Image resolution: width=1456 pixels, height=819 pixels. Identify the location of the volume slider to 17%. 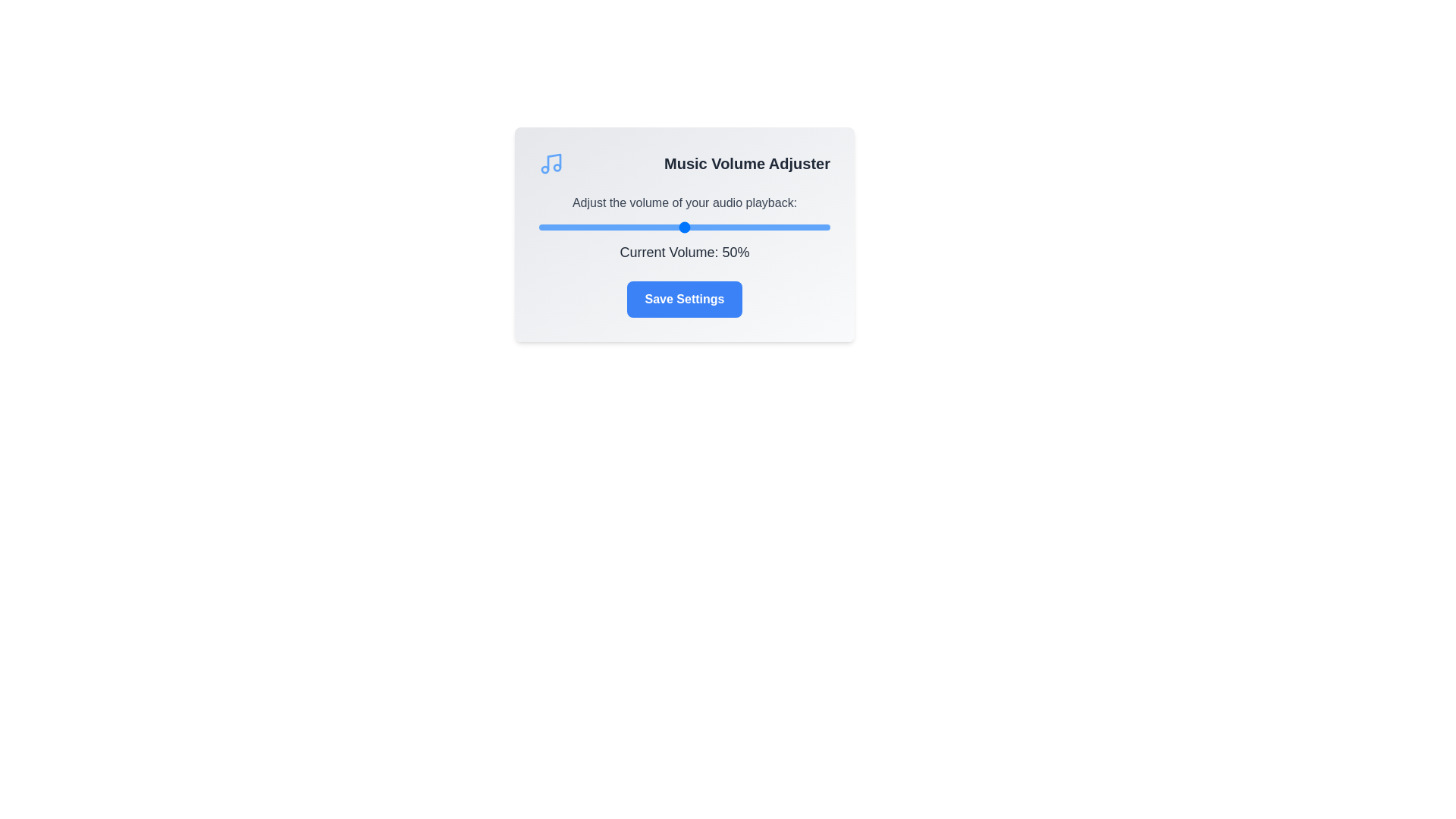
(588, 227).